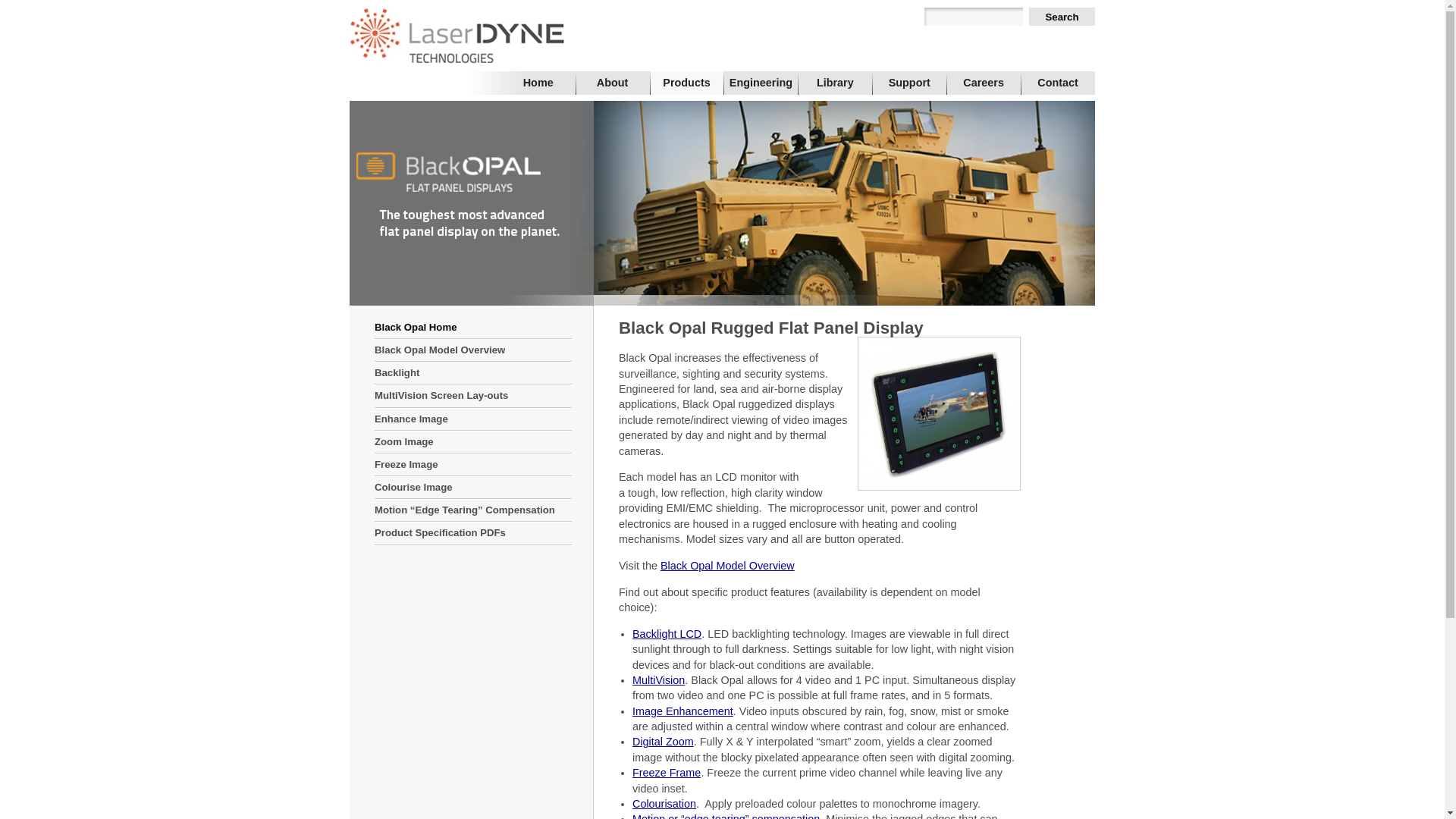 Image resolution: width=1456 pixels, height=819 pixels. Describe the element at coordinates (686, 83) in the screenshot. I see `'Products'` at that location.